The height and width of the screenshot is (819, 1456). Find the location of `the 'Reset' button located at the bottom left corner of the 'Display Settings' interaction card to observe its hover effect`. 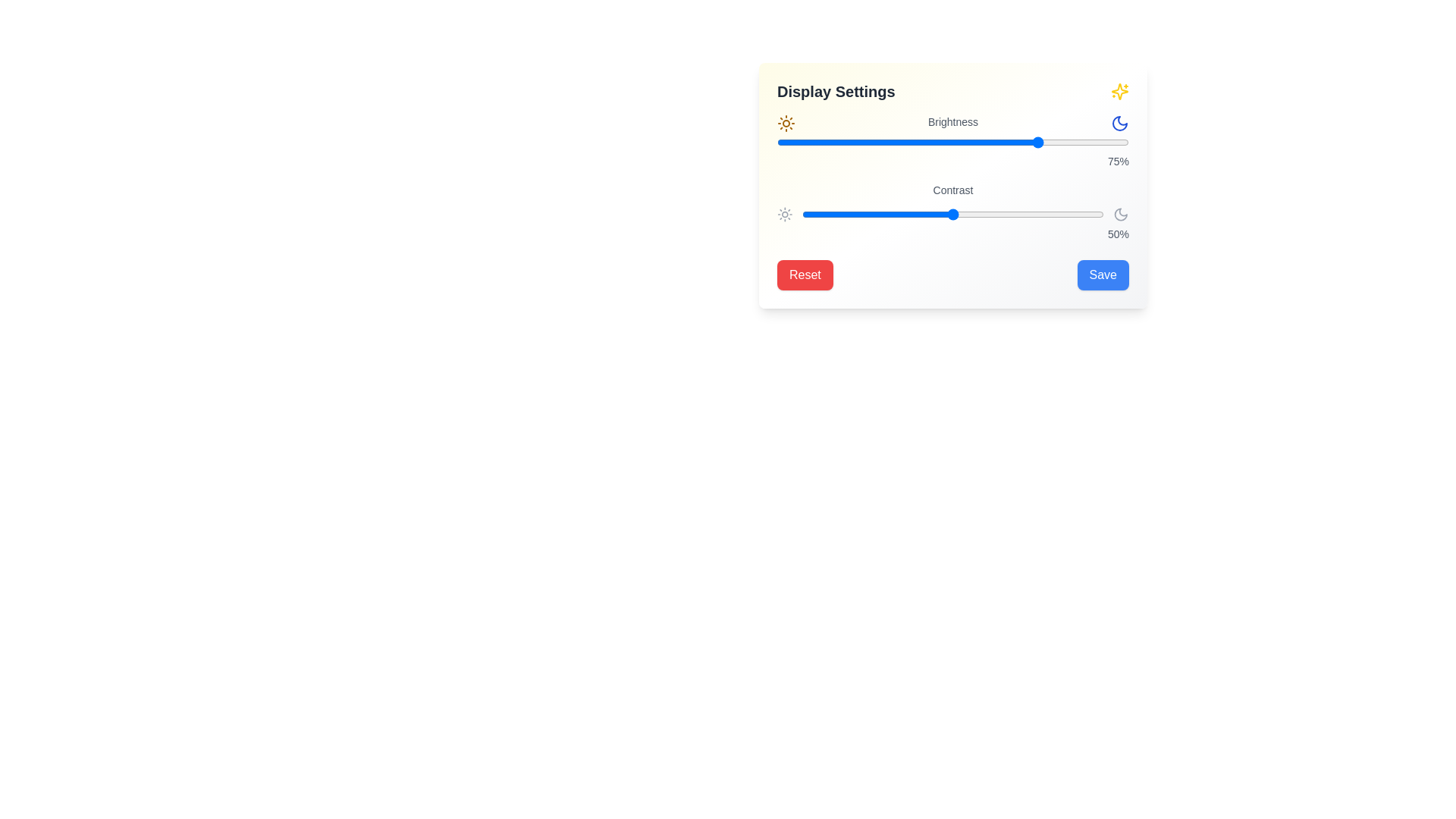

the 'Reset' button located at the bottom left corner of the 'Display Settings' interaction card to observe its hover effect is located at coordinates (804, 275).